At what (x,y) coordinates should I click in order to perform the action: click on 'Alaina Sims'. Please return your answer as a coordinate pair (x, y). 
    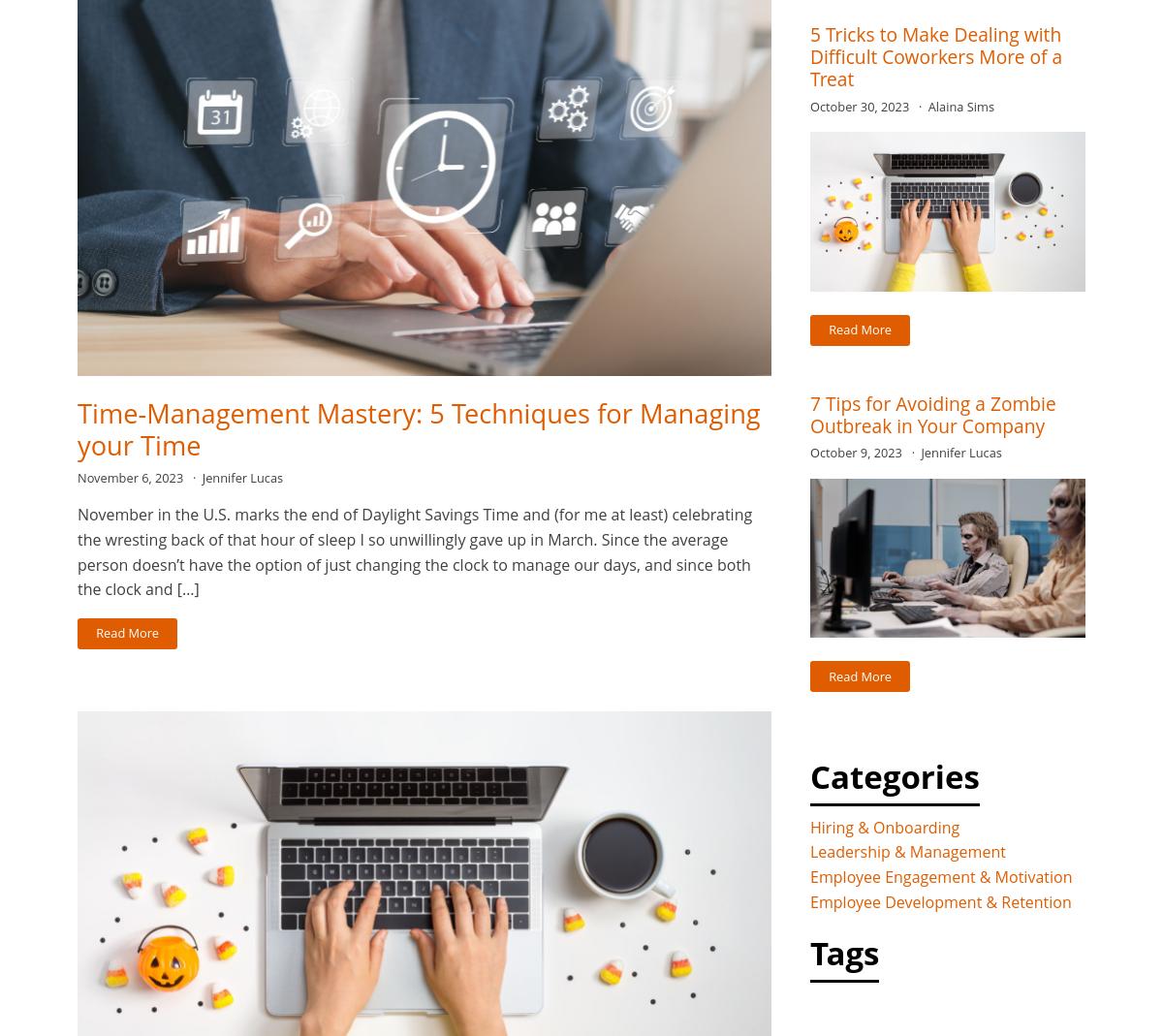
    Looking at the image, I should click on (960, 106).